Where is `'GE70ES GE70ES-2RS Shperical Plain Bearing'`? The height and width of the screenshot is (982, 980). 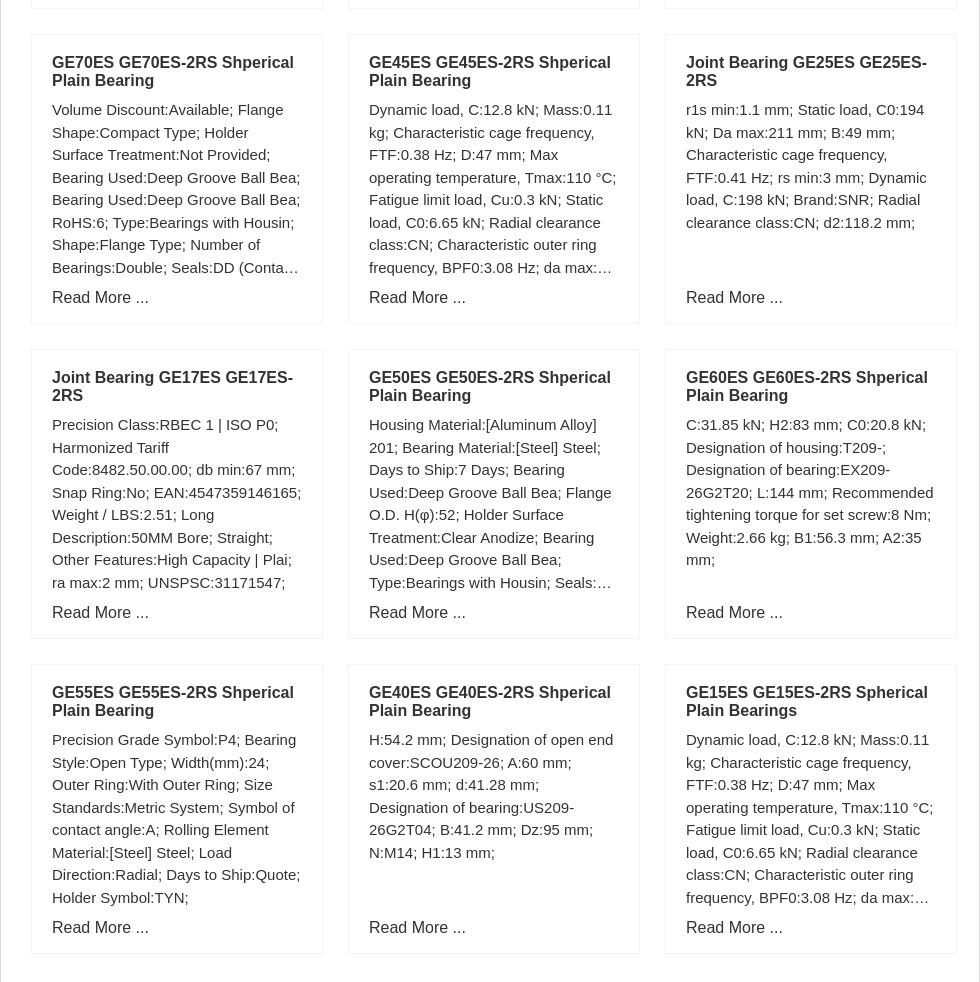
'GE70ES GE70ES-2RS Shperical Plain Bearing' is located at coordinates (172, 70).